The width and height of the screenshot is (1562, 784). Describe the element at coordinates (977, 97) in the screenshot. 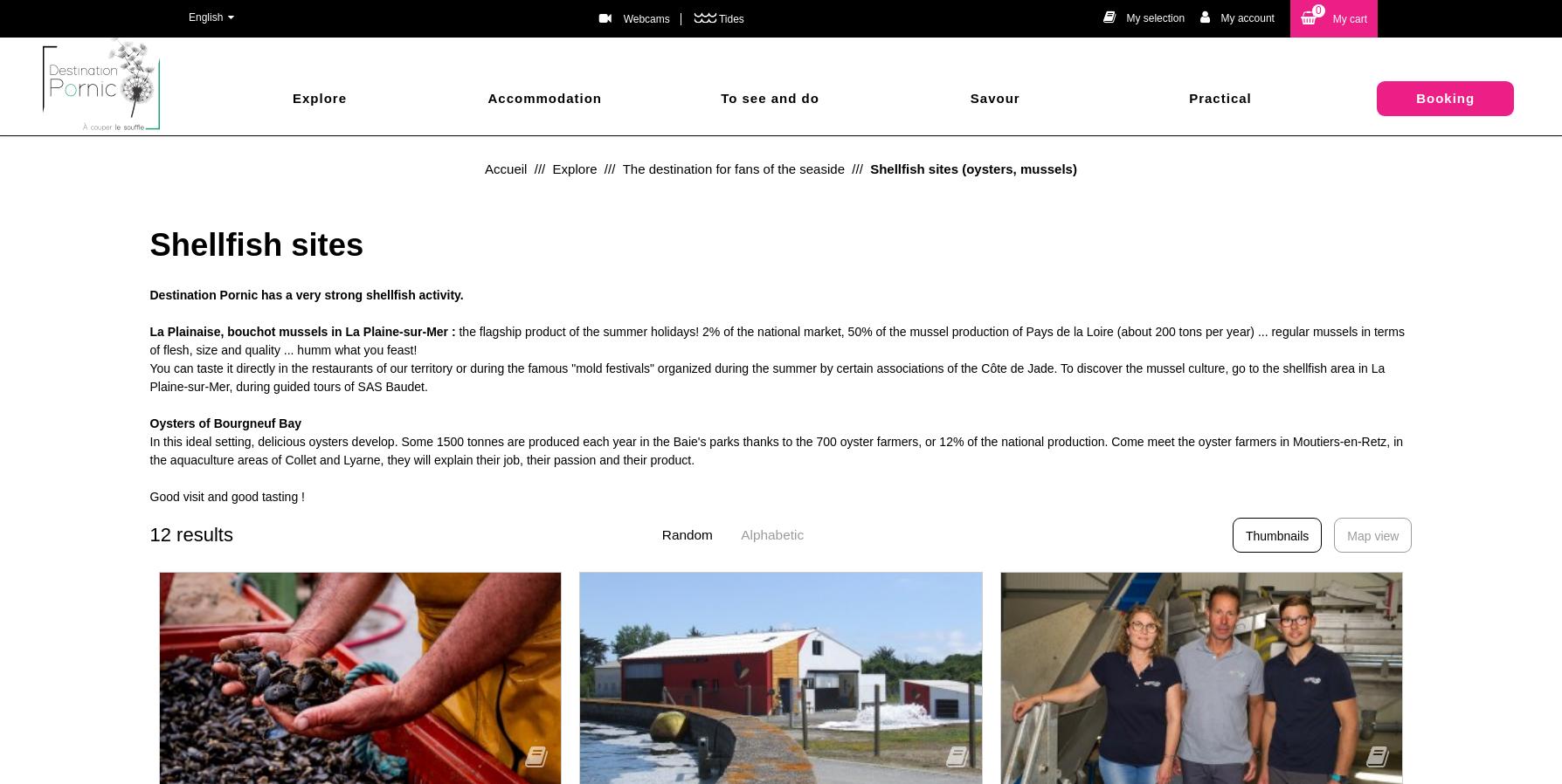

I see `'Savour'` at that location.